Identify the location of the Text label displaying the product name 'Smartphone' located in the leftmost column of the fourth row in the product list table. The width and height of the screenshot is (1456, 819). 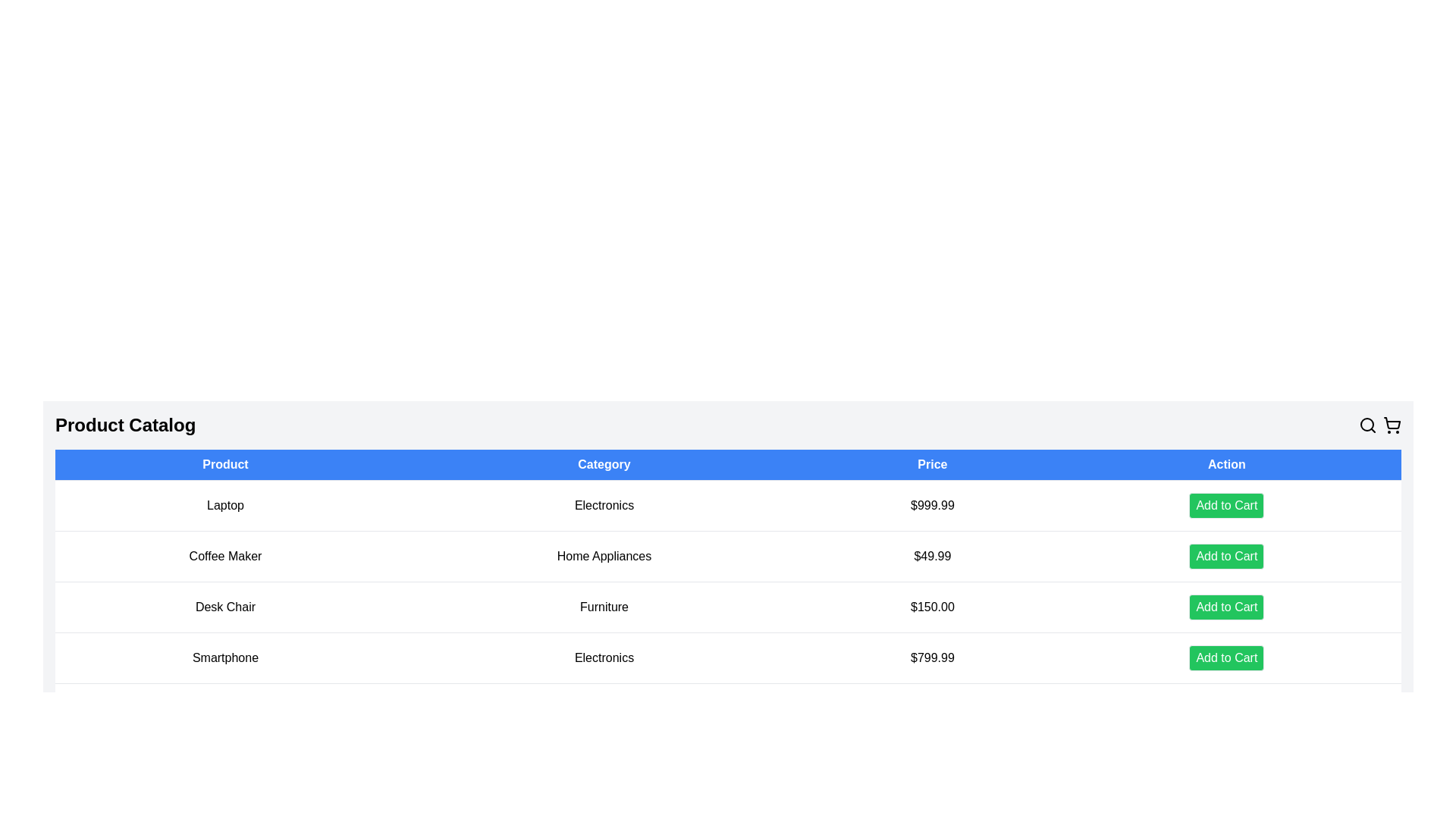
(224, 657).